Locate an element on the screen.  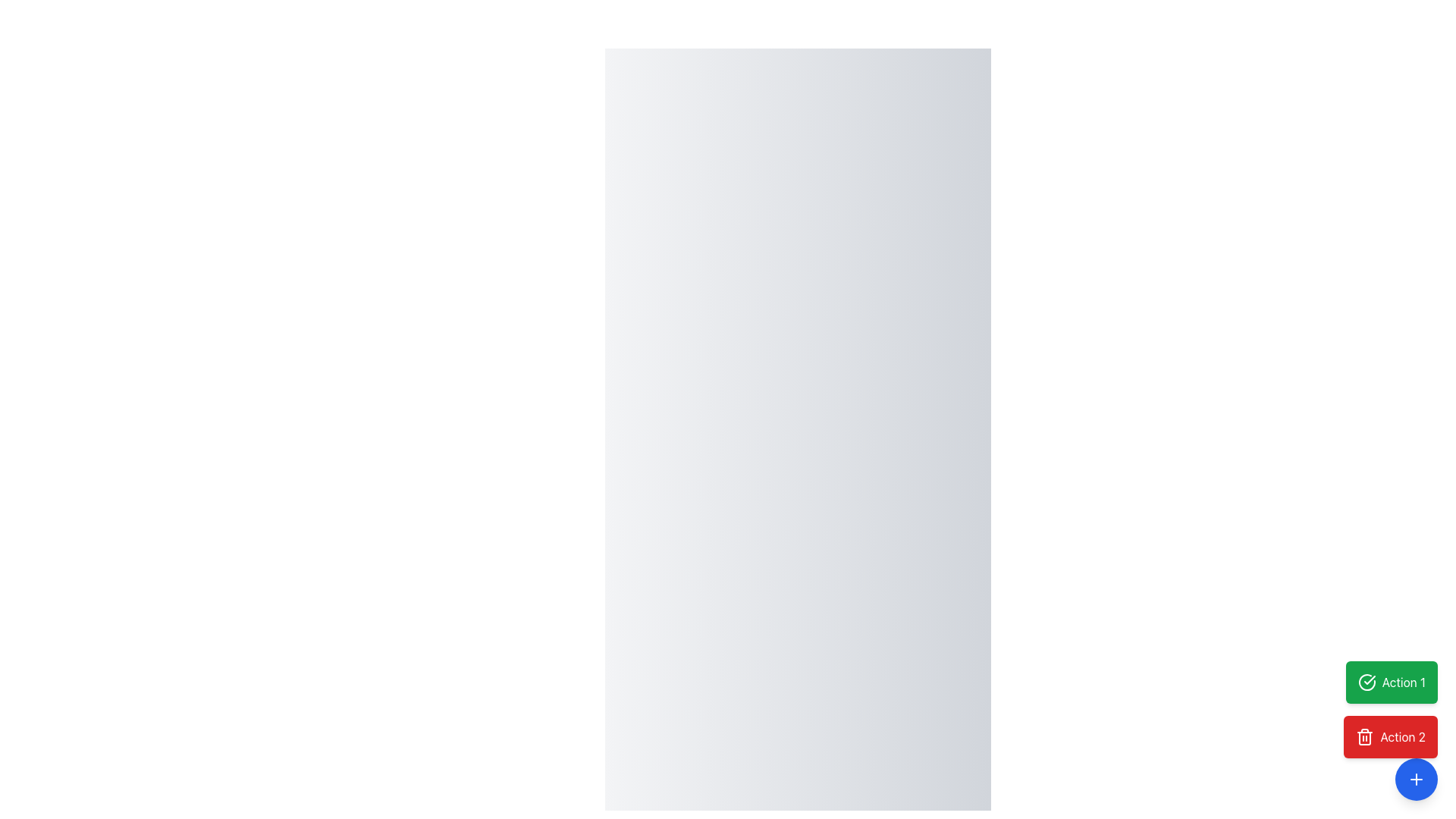
the green button labeled 'Action 1' with rounded edges and a checkmark icon is located at coordinates (1403, 681).